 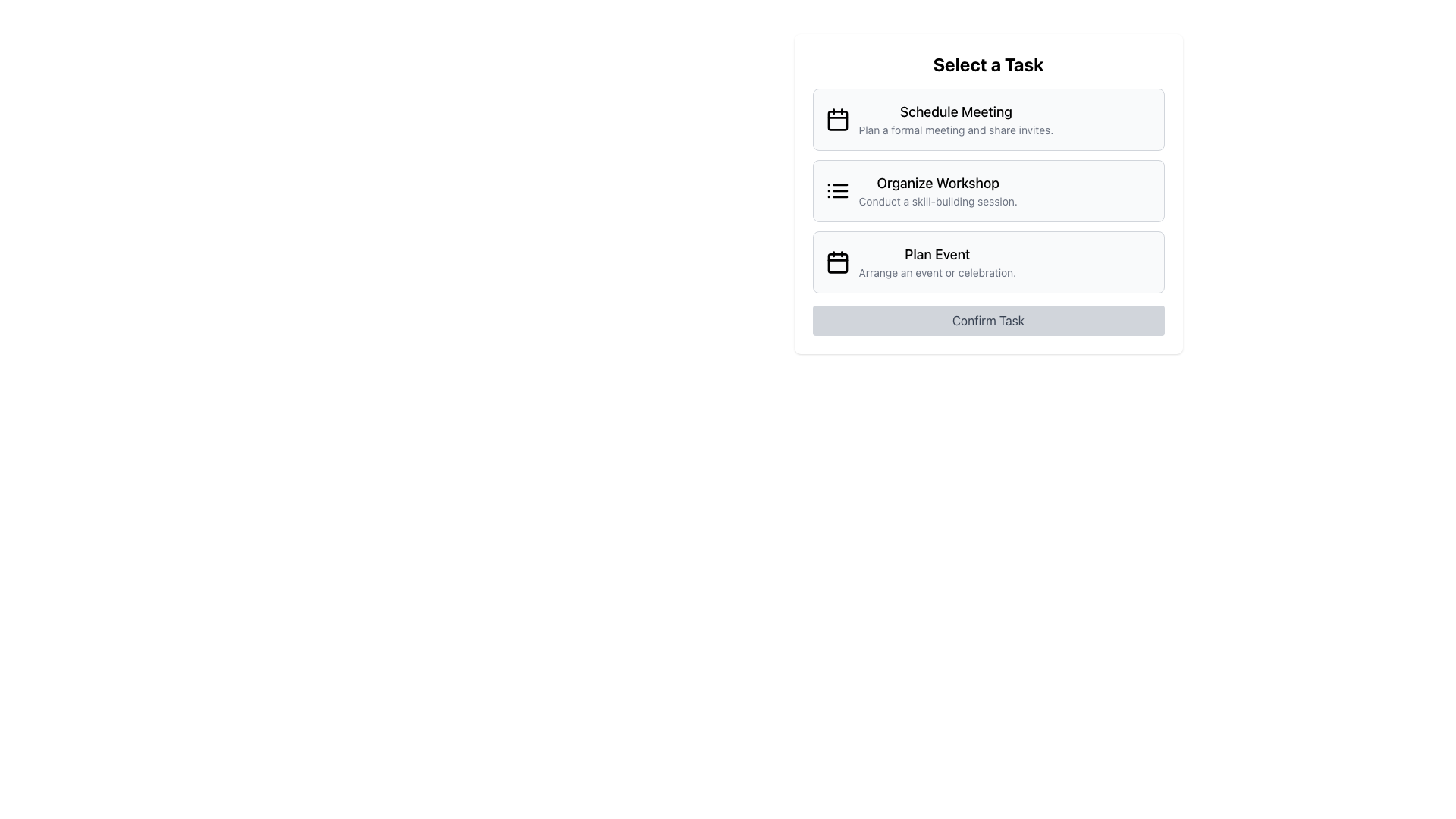 I want to click on the 'Plan Event' clickable card or button, which is the third item in a vertically stacked list located below the 'Organize Workshop' option, so click(x=937, y=262).